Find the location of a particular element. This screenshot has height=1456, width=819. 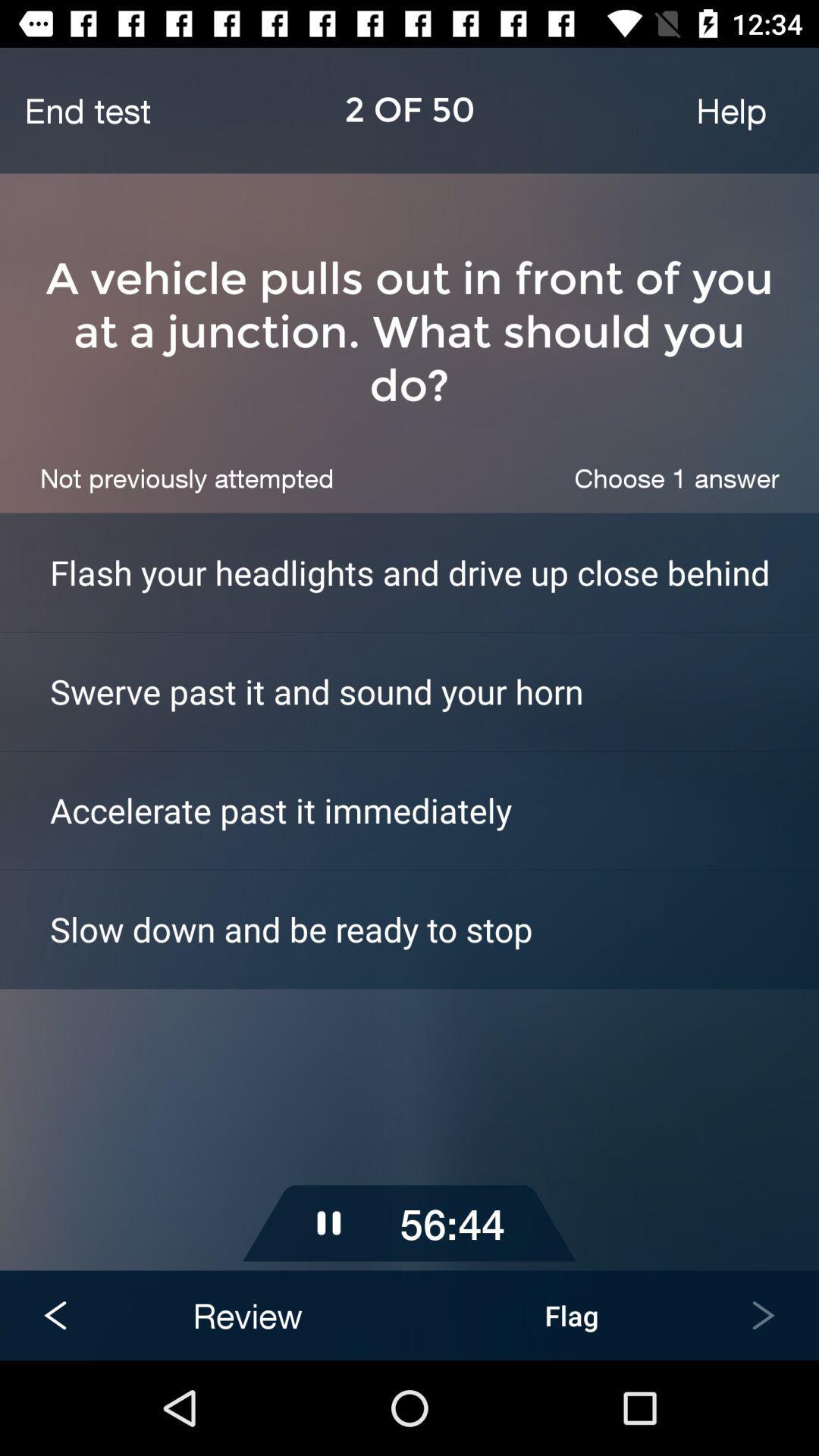

slow down and is located at coordinates (435, 928).